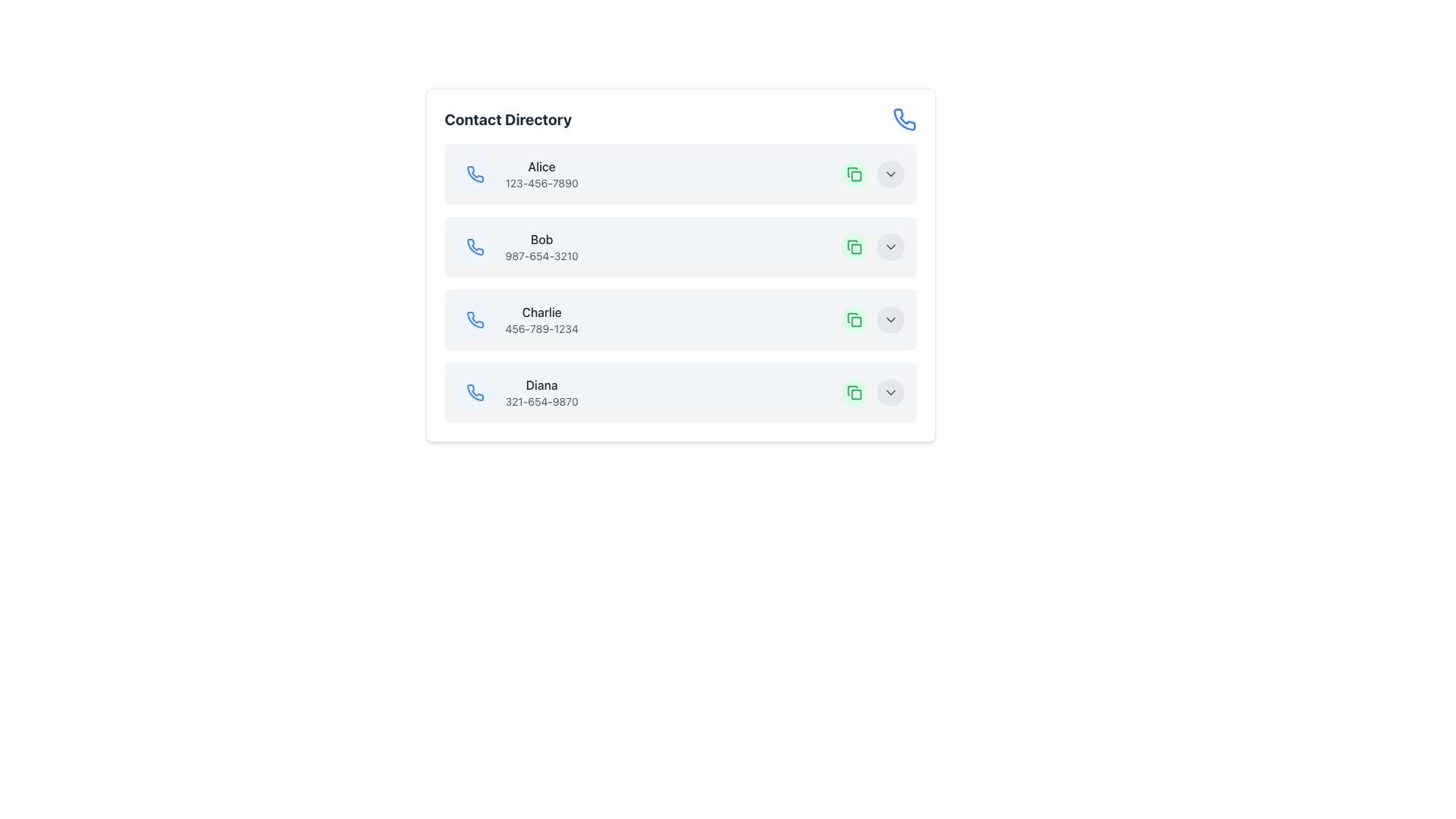  Describe the element at coordinates (855, 321) in the screenshot. I see `the small square icon with a green border and transparent background, located` at that location.